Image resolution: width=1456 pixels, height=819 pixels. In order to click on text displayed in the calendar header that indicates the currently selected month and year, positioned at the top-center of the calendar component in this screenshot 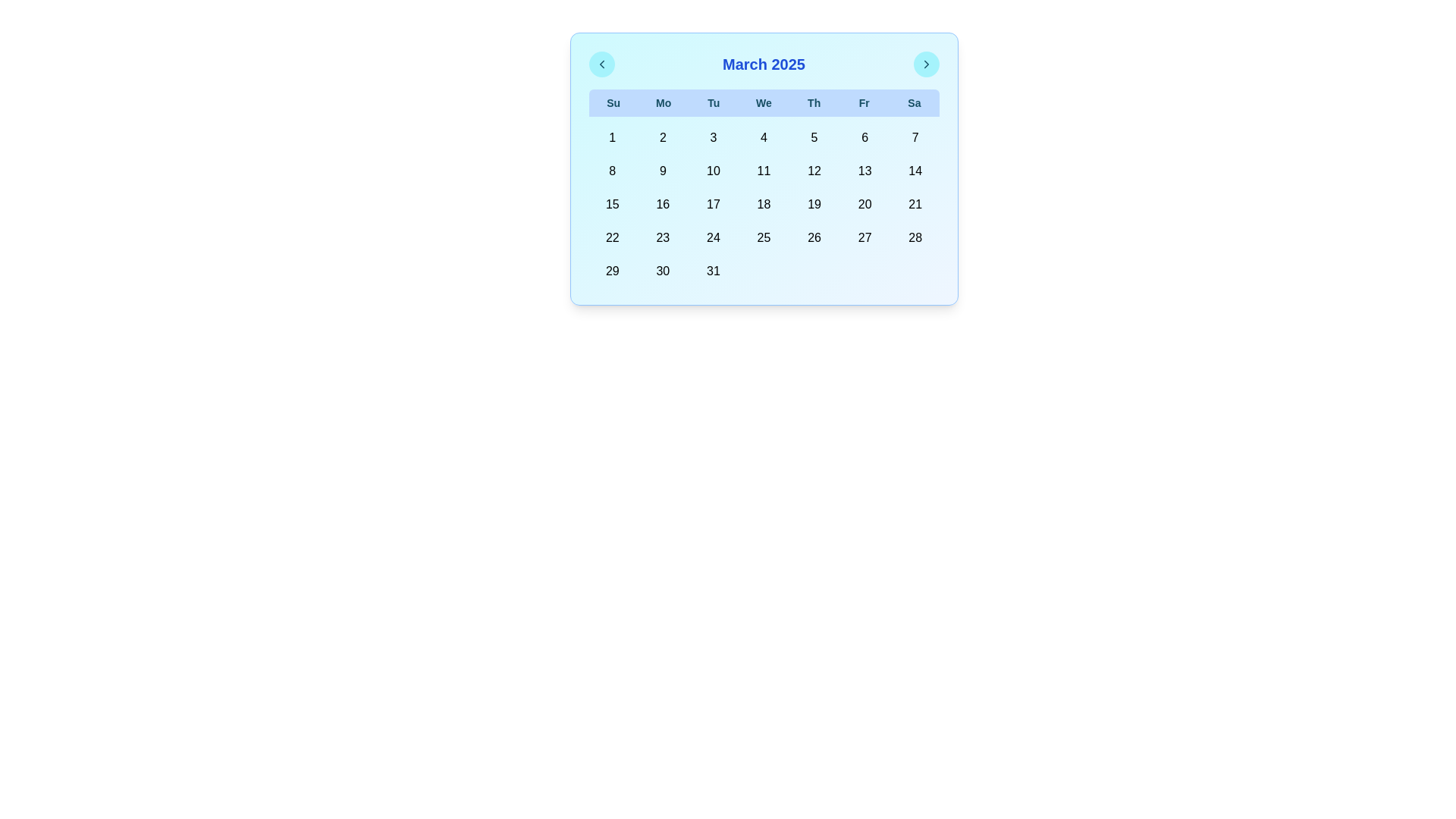, I will do `click(764, 63)`.